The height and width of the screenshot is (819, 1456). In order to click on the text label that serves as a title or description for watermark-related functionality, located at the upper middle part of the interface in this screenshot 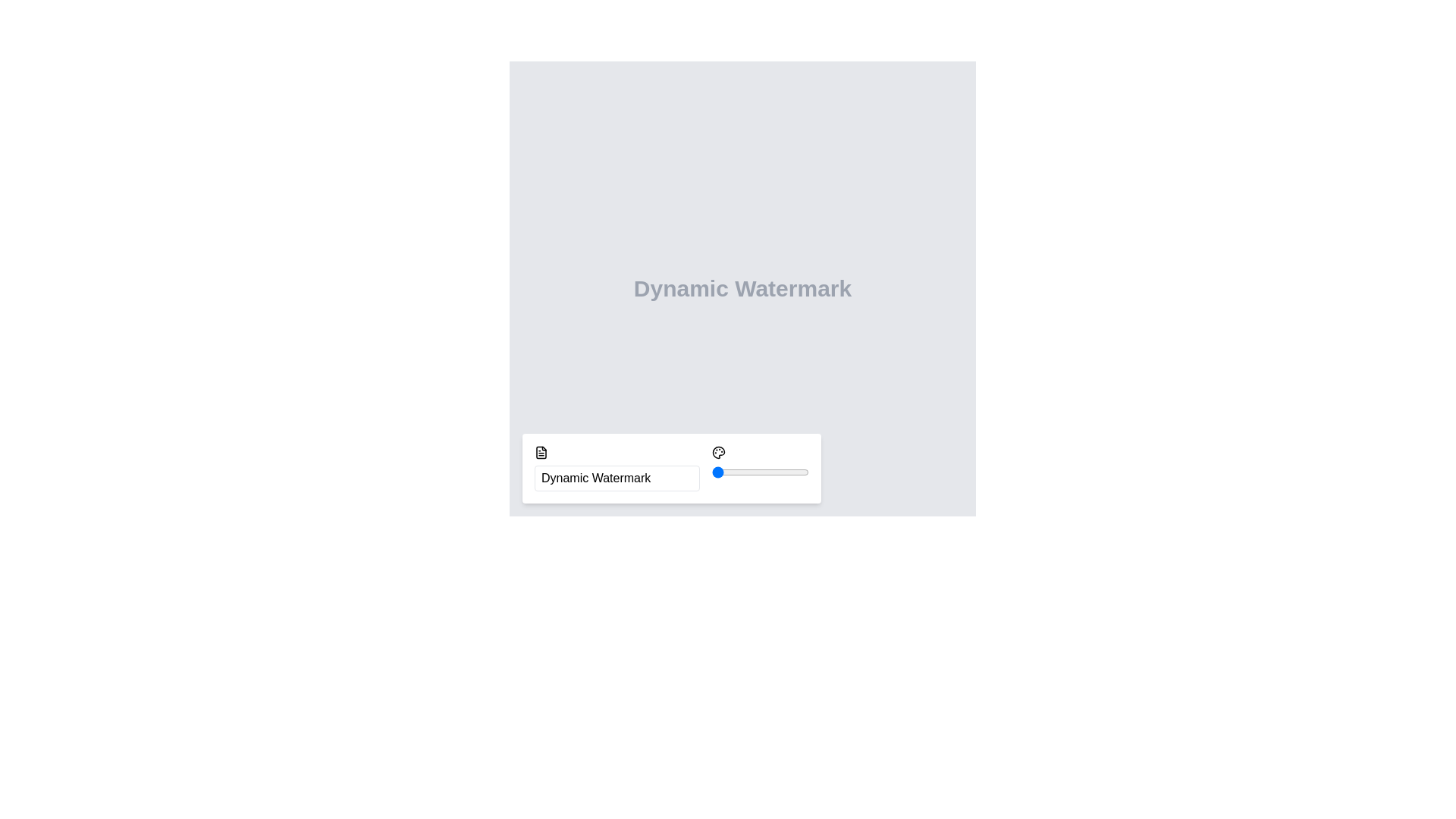, I will do `click(742, 289)`.